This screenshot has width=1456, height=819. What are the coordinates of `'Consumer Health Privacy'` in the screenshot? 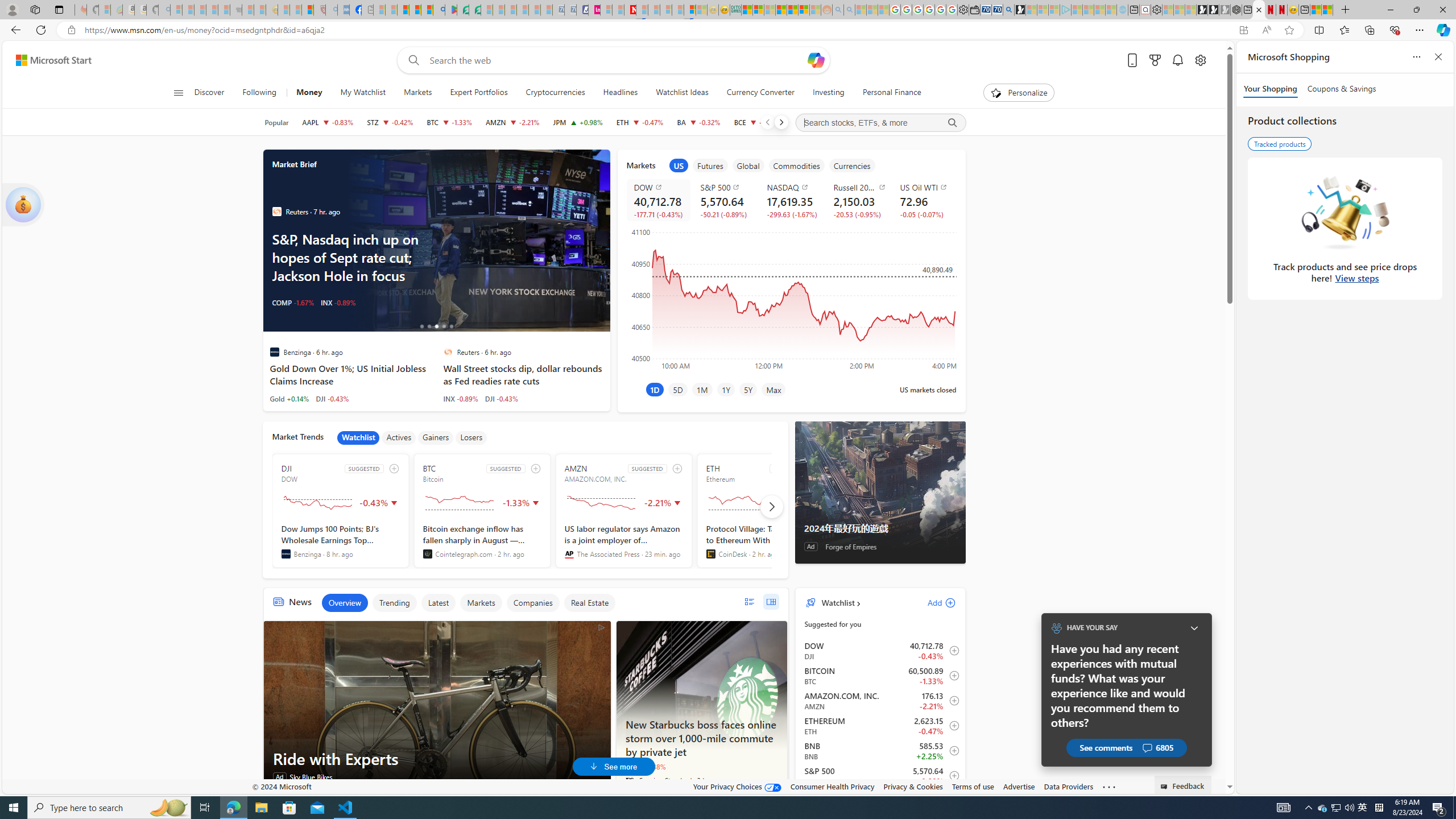 It's located at (832, 786).